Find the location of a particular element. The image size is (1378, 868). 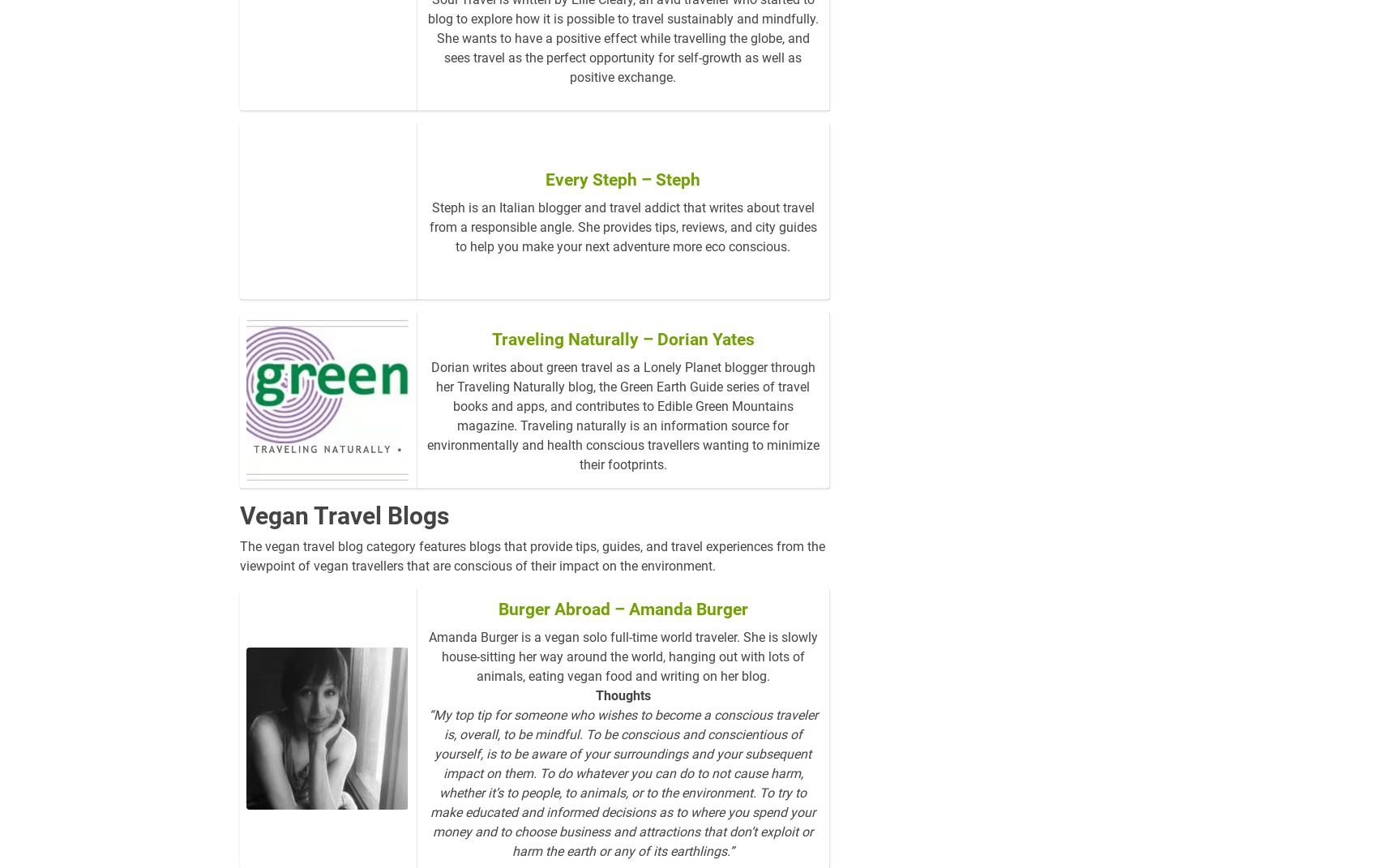

'Thoughts' is located at coordinates (622, 721).